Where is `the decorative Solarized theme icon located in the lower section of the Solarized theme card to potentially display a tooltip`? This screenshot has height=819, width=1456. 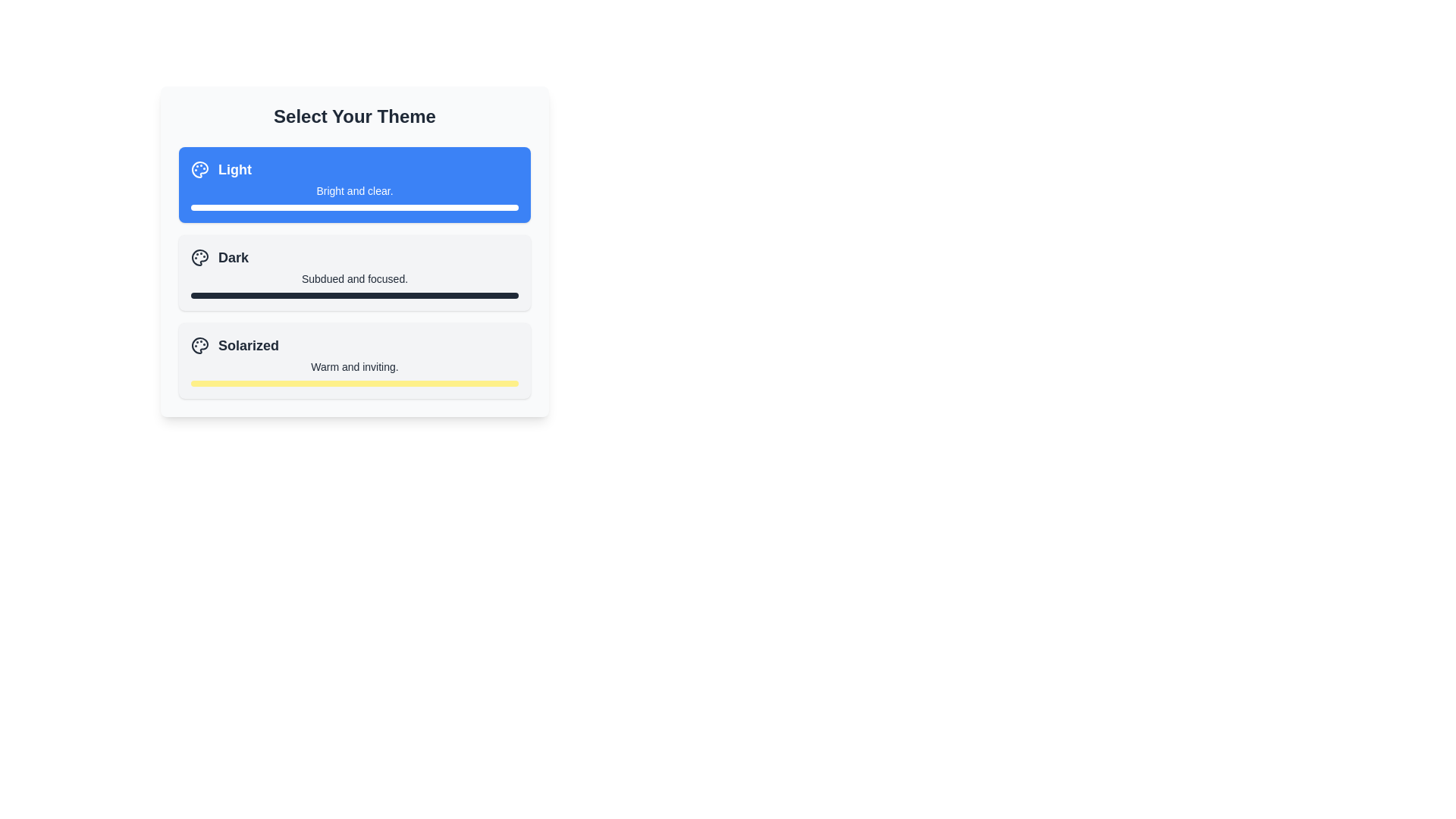 the decorative Solarized theme icon located in the lower section of the Solarized theme card to potentially display a tooltip is located at coordinates (199, 256).